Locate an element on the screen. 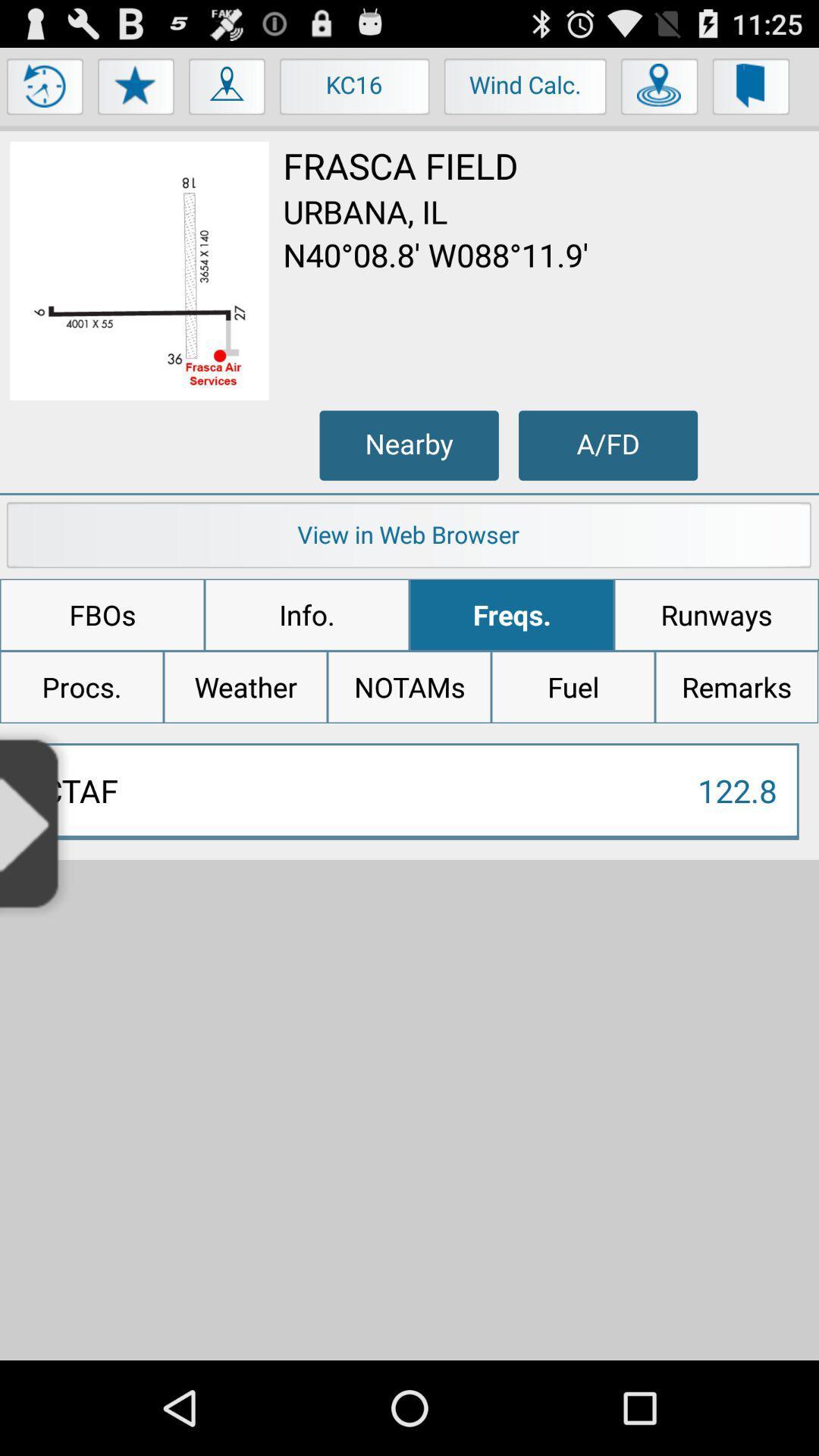 This screenshot has height=1456, width=819. calculate time is located at coordinates (45, 89).